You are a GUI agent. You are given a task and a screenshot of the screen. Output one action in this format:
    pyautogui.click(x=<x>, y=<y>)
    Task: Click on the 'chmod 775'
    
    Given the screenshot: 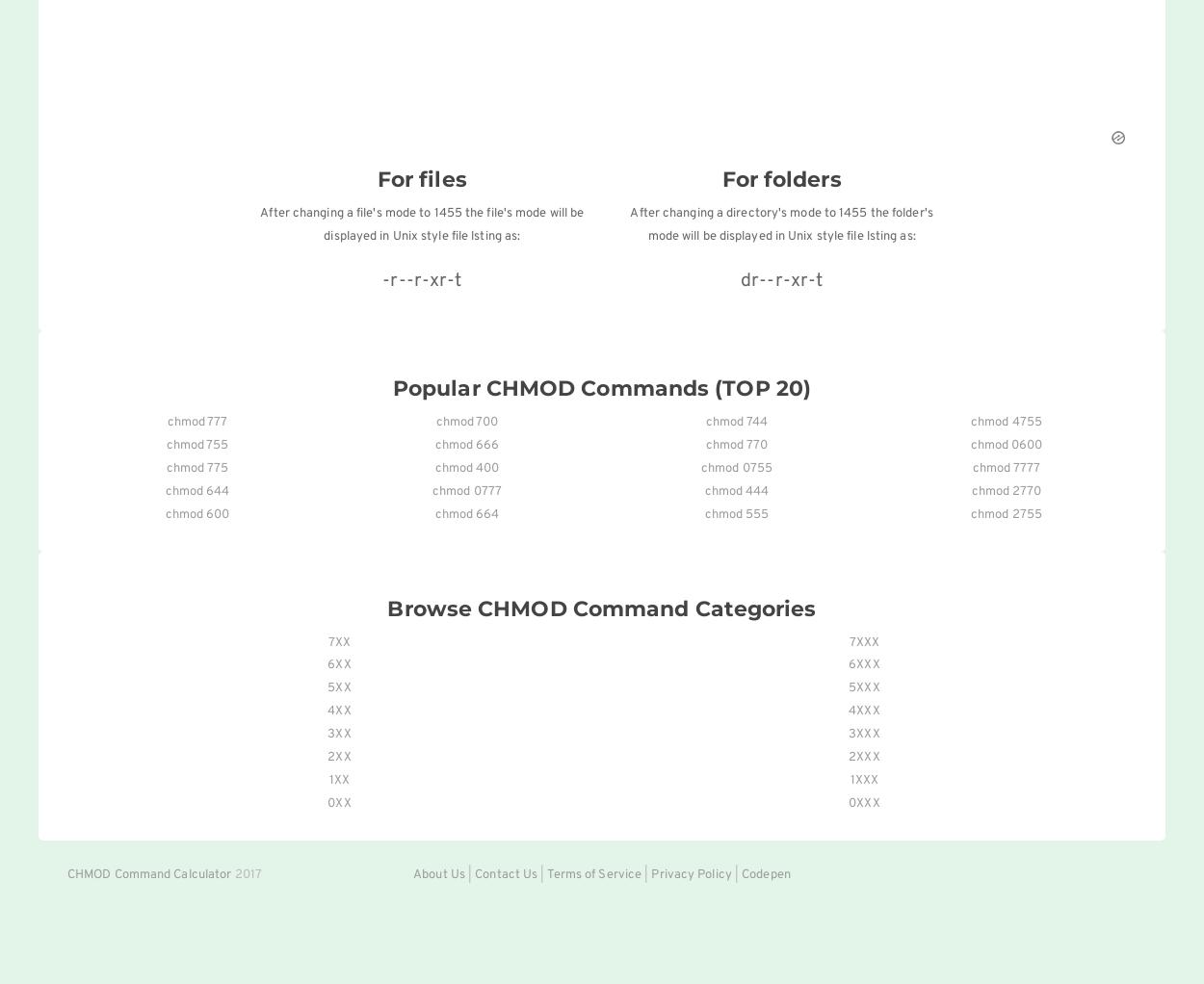 What is the action you would take?
    pyautogui.click(x=196, y=467)
    